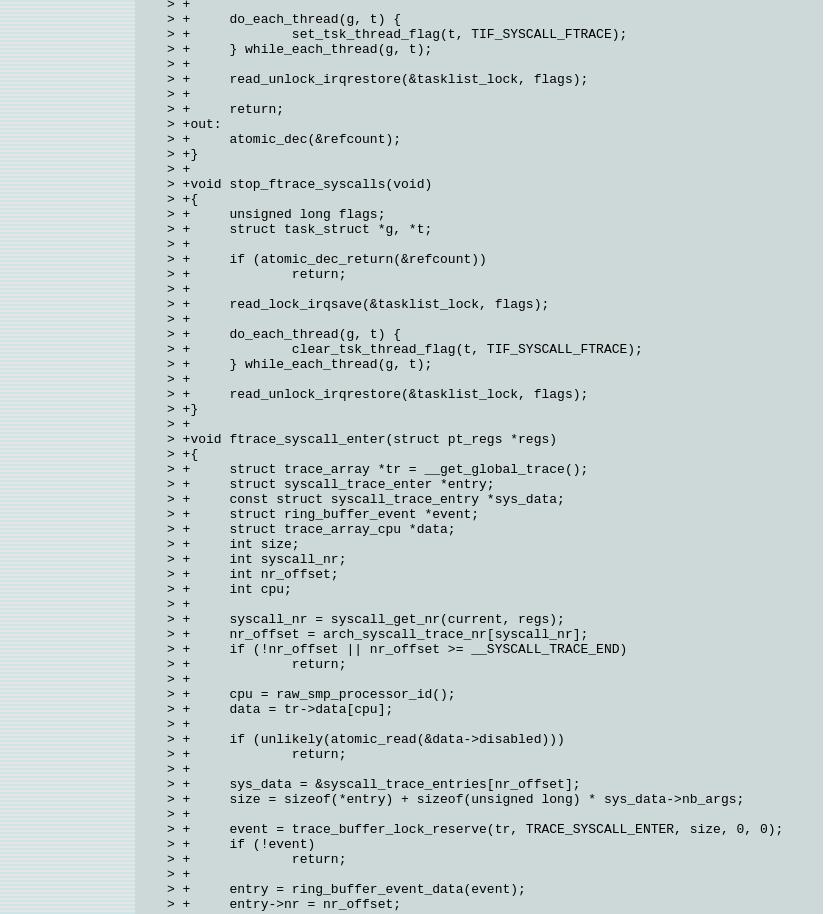 The width and height of the screenshot is (825, 914). Describe the element at coordinates (365, 618) in the screenshot. I see `'> +	syscall_nr = syscall_get_nr(current, regs);'` at that location.